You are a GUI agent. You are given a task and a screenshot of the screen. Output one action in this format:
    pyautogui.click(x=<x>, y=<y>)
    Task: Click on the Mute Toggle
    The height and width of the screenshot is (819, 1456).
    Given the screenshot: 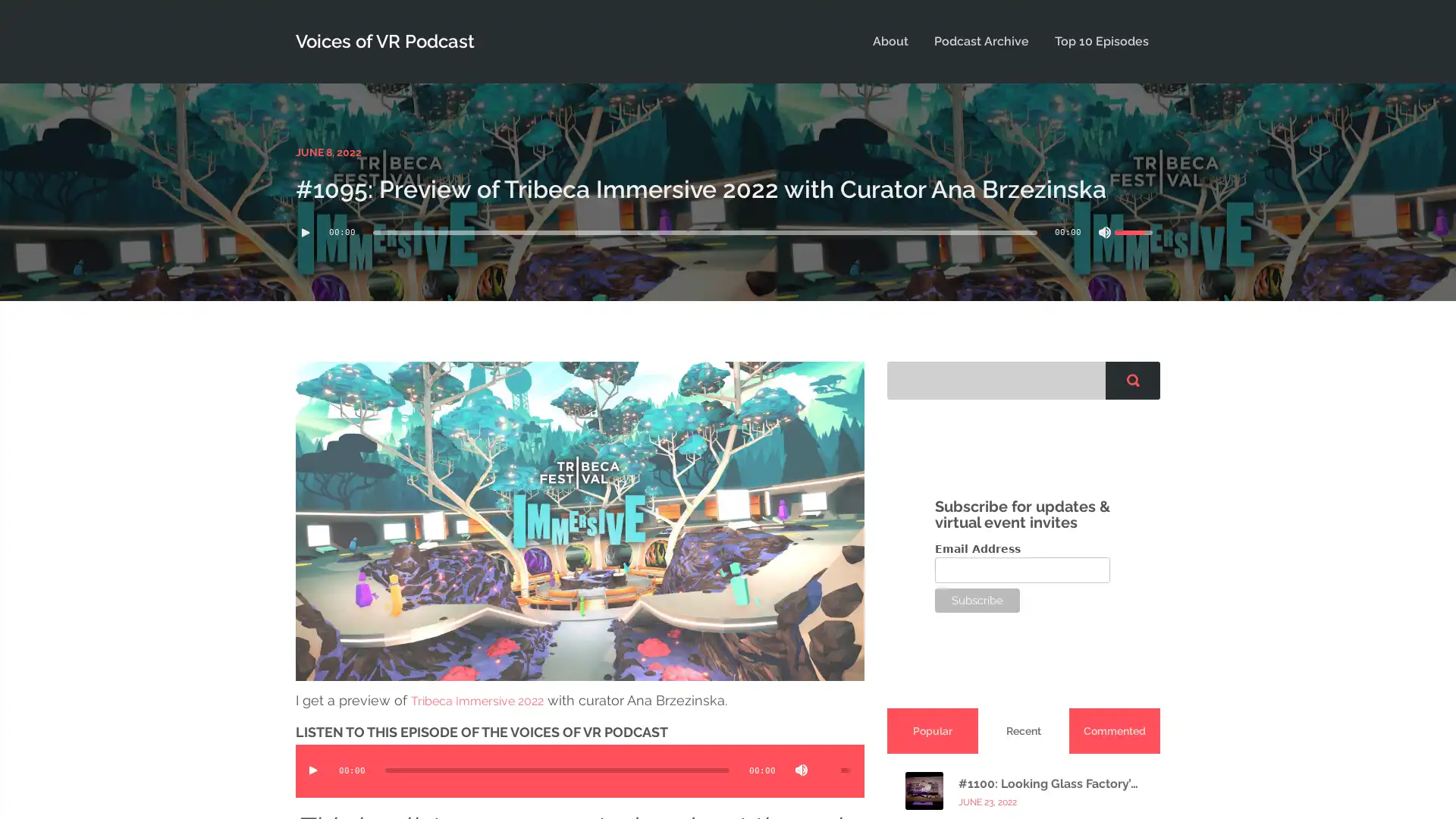 What is the action you would take?
    pyautogui.click(x=1105, y=231)
    